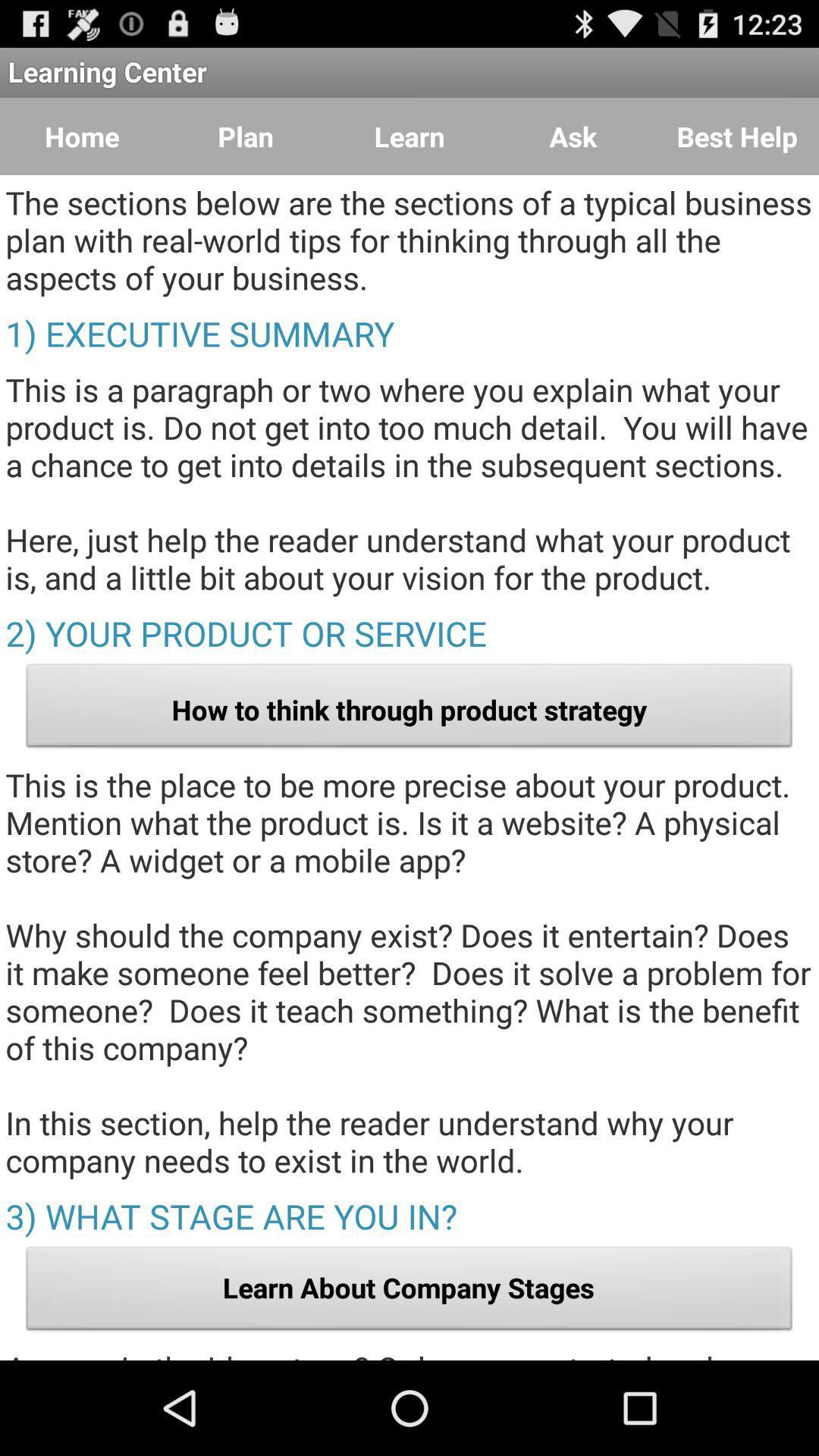 The width and height of the screenshot is (819, 1456). What do you see at coordinates (573, 136) in the screenshot?
I see `ask which is next to learn` at bounding box center [573, 136].